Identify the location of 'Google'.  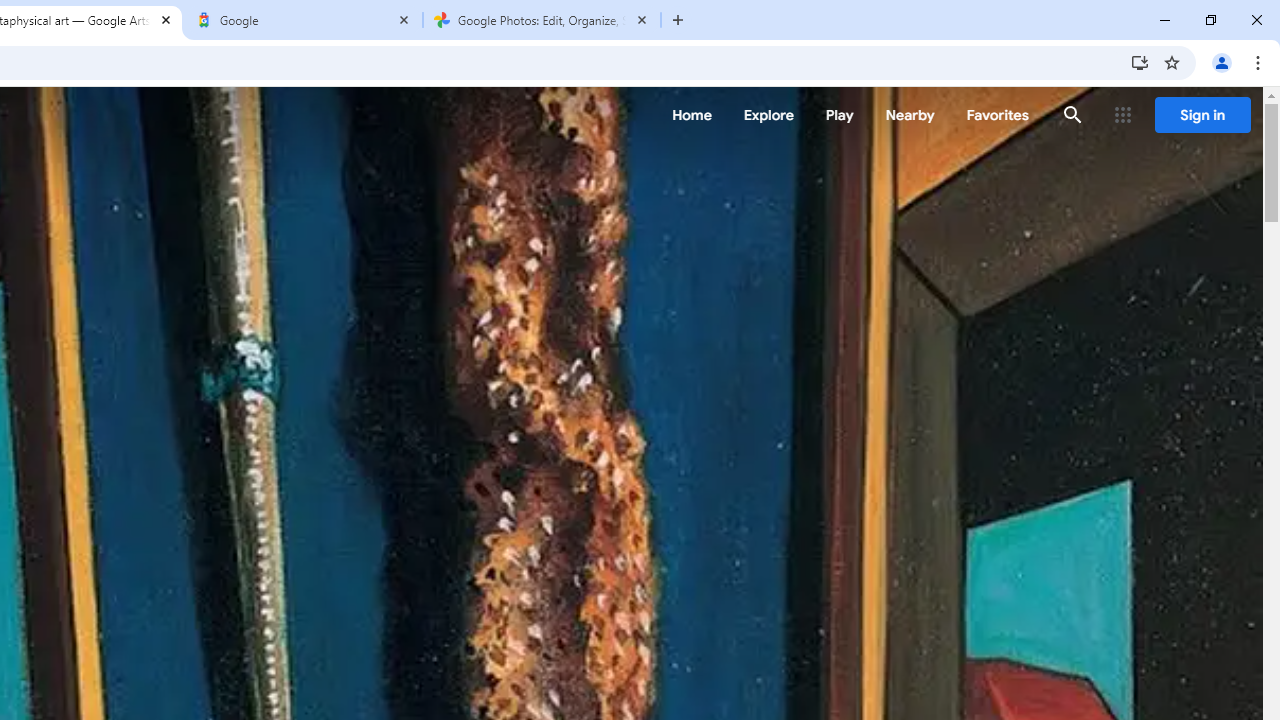
(303, 20).